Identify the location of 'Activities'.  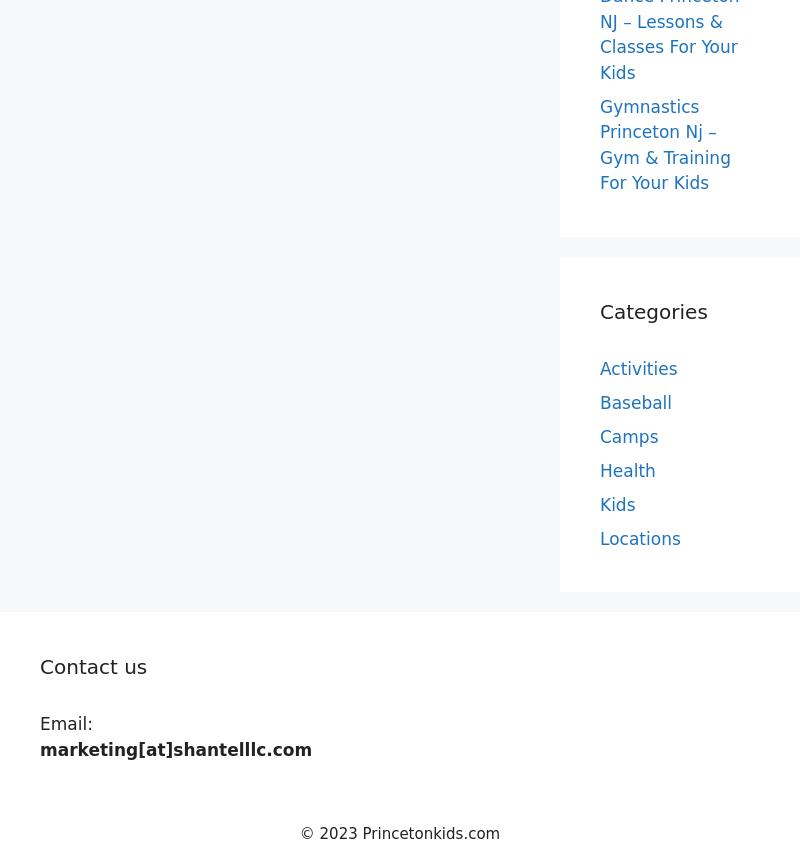
(637, 367).